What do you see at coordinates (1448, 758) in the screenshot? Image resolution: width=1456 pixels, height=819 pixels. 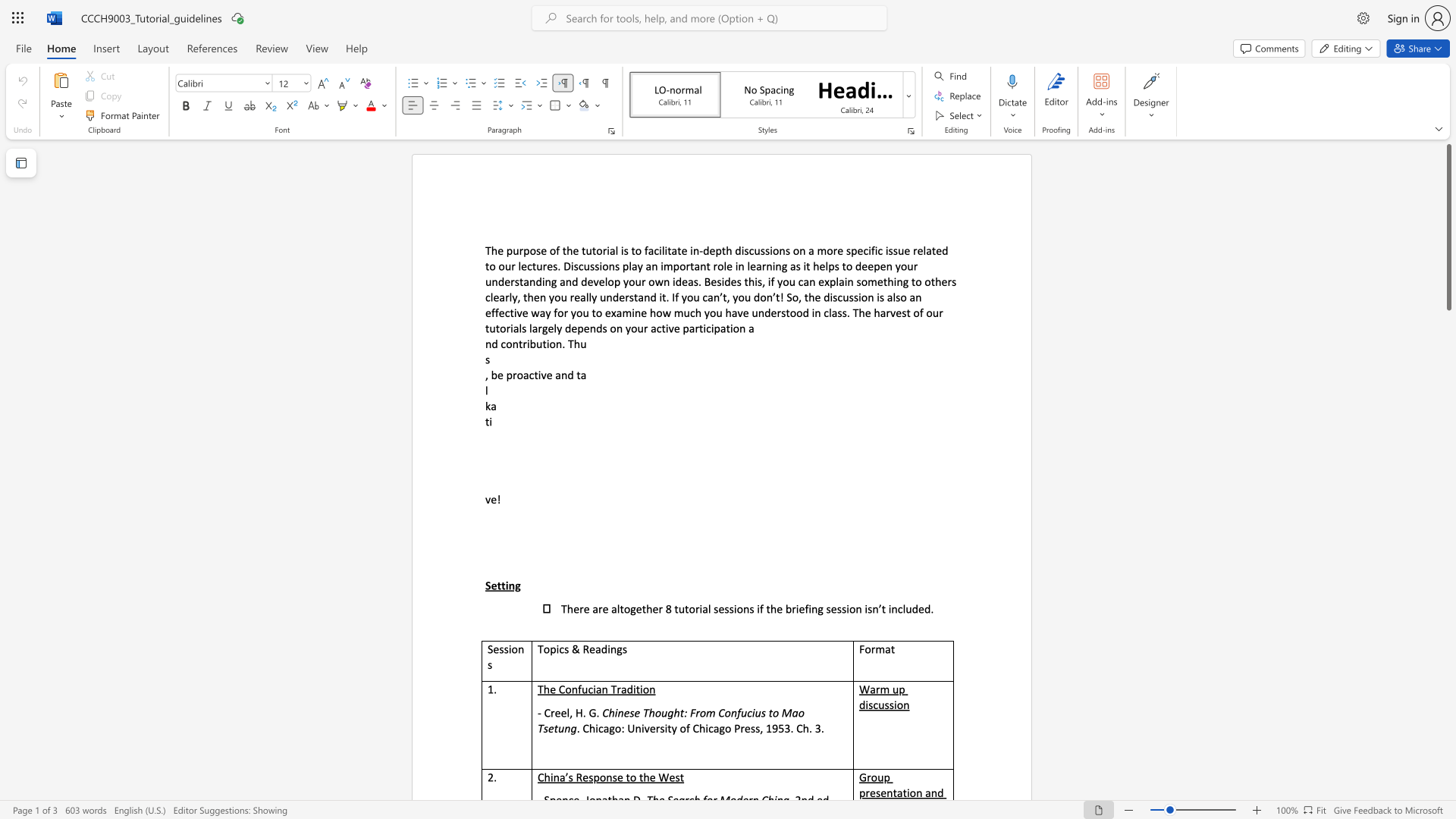 I see `the page's right scrollbar for downward movement` at bounding box center [1448, 758].